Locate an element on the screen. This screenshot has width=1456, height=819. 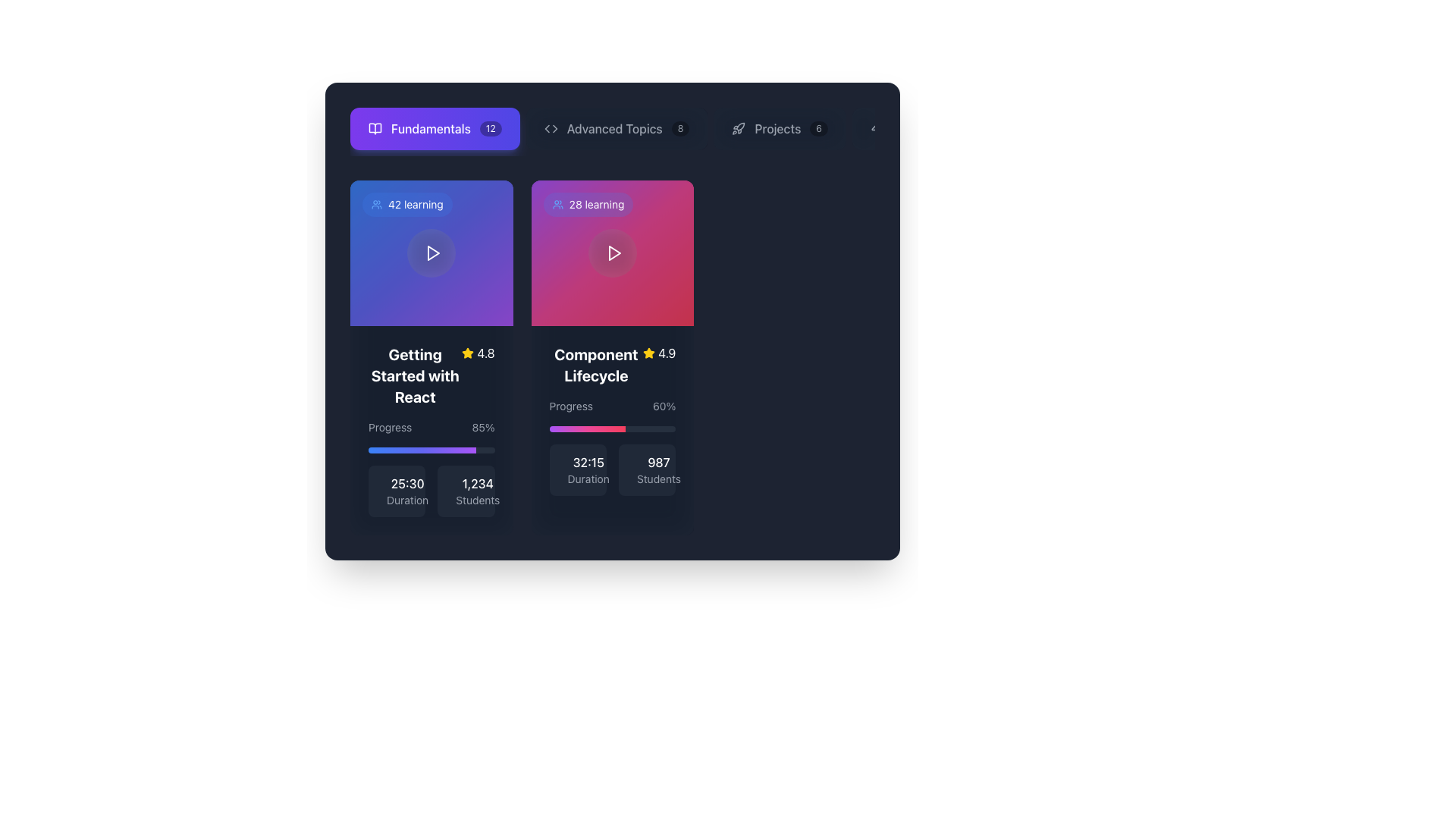
informational box displaying the numeric value '987' and the label 'Students', which is styled with a semi-transparent dark background and positioned in the second column of the grid layout is located at coordinates (647, 469).